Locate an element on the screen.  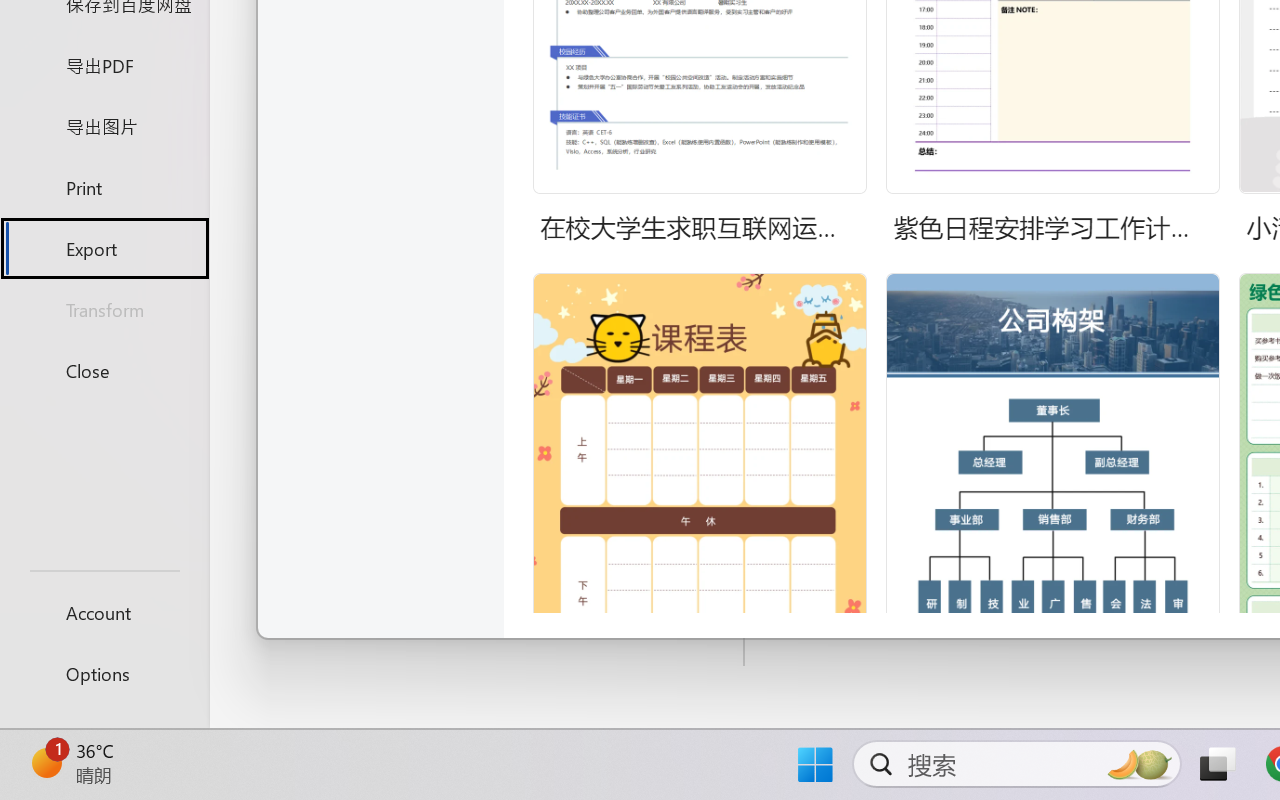
'Transform' is located at coordinates (103, 308).